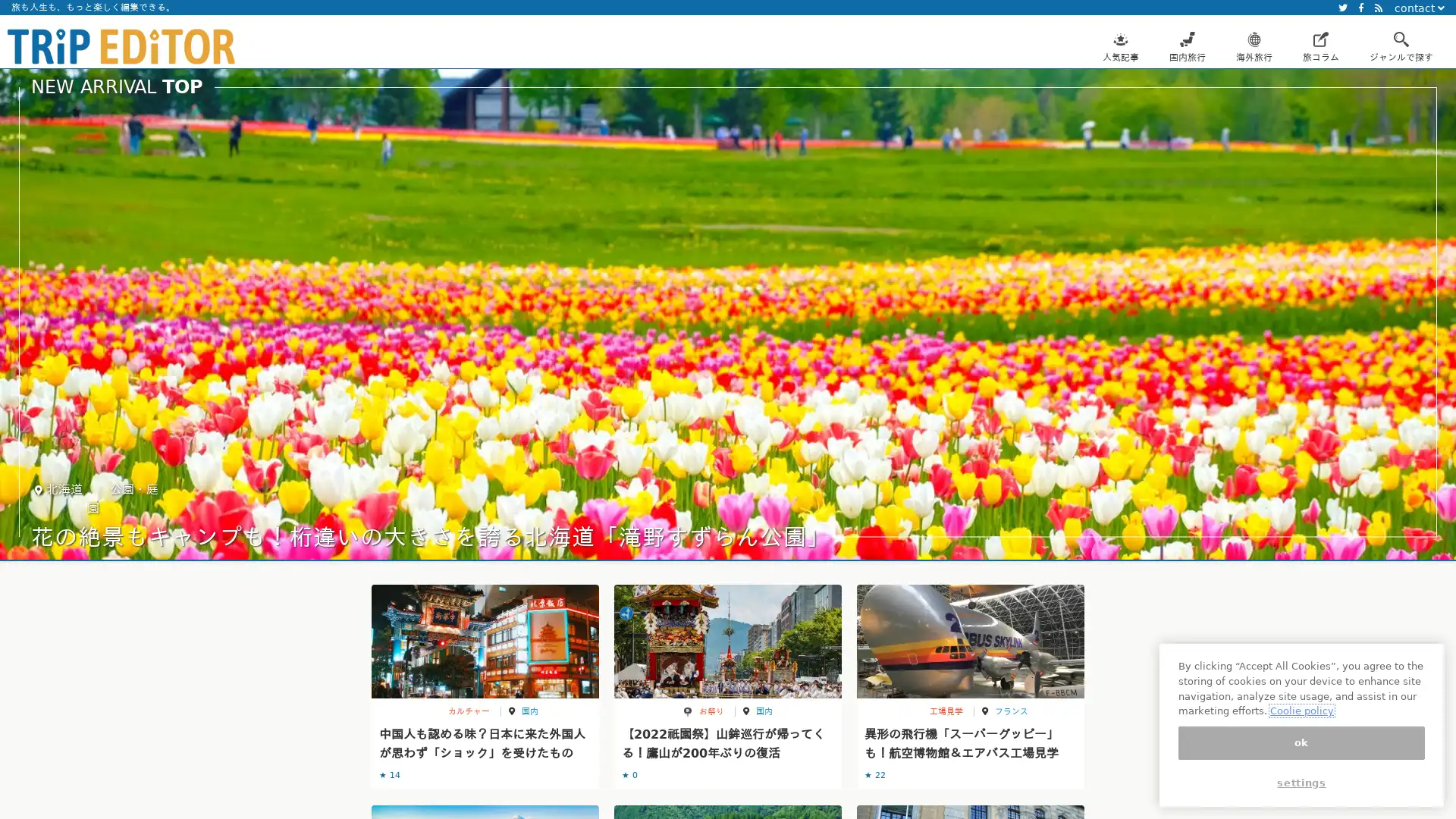 Image resolution: width=1456 pixels, height=819 pixels. Describe the element at coordinates (1301, 783) in the screenshot. I see `settings` at that location.